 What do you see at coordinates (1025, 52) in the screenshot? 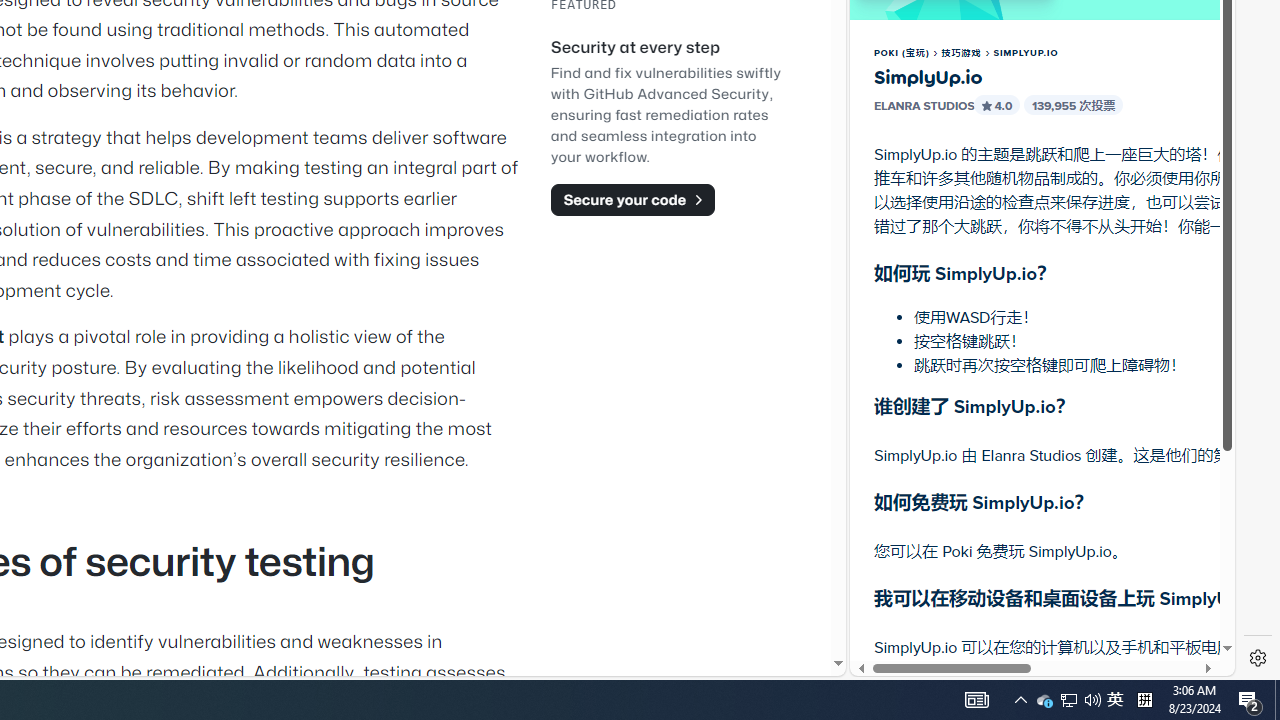
I see `'SIMPLYUP.IO'` at bounding box center [1025, 52].